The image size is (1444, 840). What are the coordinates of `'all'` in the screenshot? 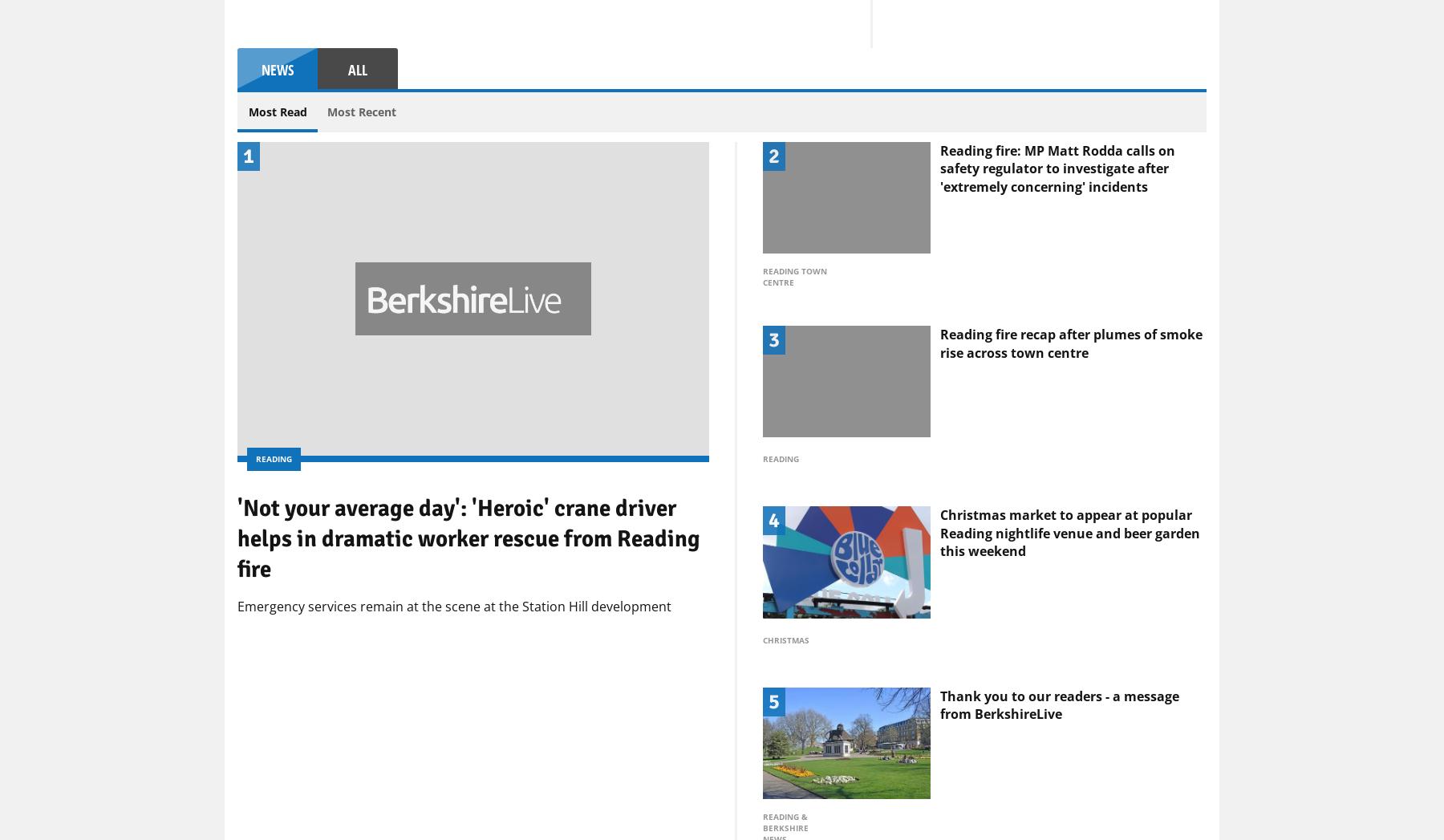 It's located at (358, 197).